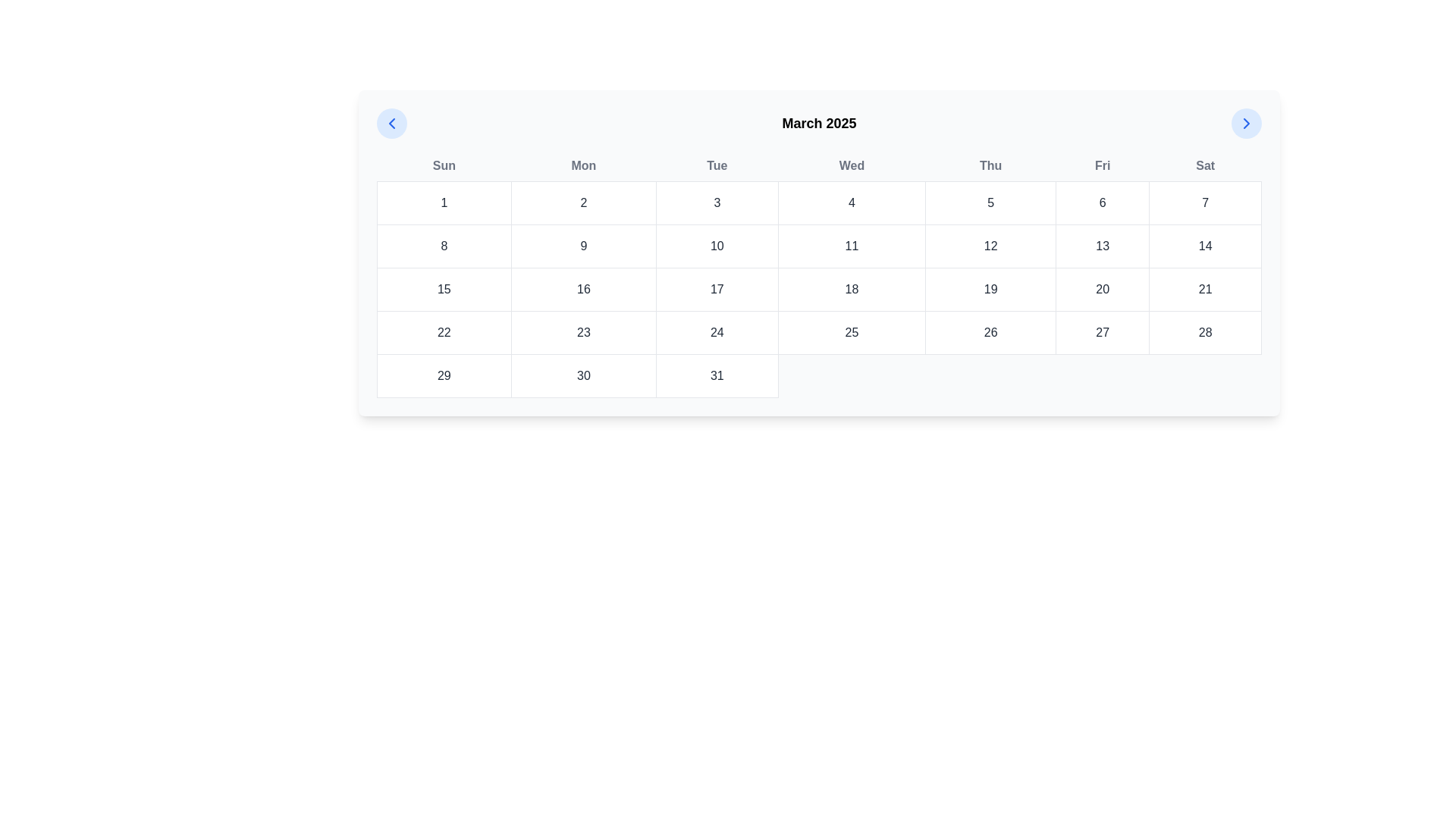 The image size is (1456, 819). I want to click on the fifth row of the calendar table for March 2025, so click(818, 332).